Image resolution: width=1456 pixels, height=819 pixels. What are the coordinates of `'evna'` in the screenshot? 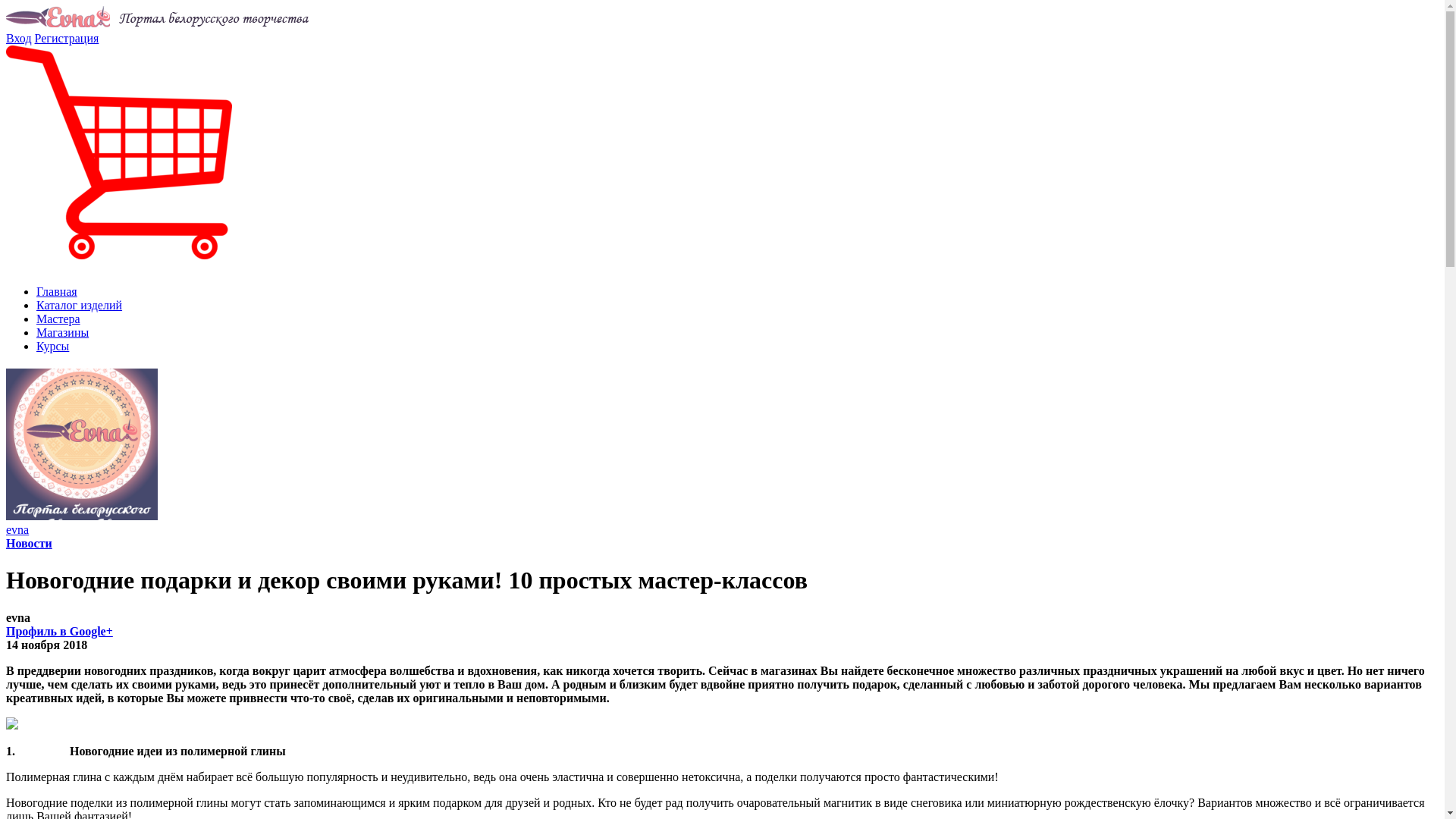 It's located at (17, 529).